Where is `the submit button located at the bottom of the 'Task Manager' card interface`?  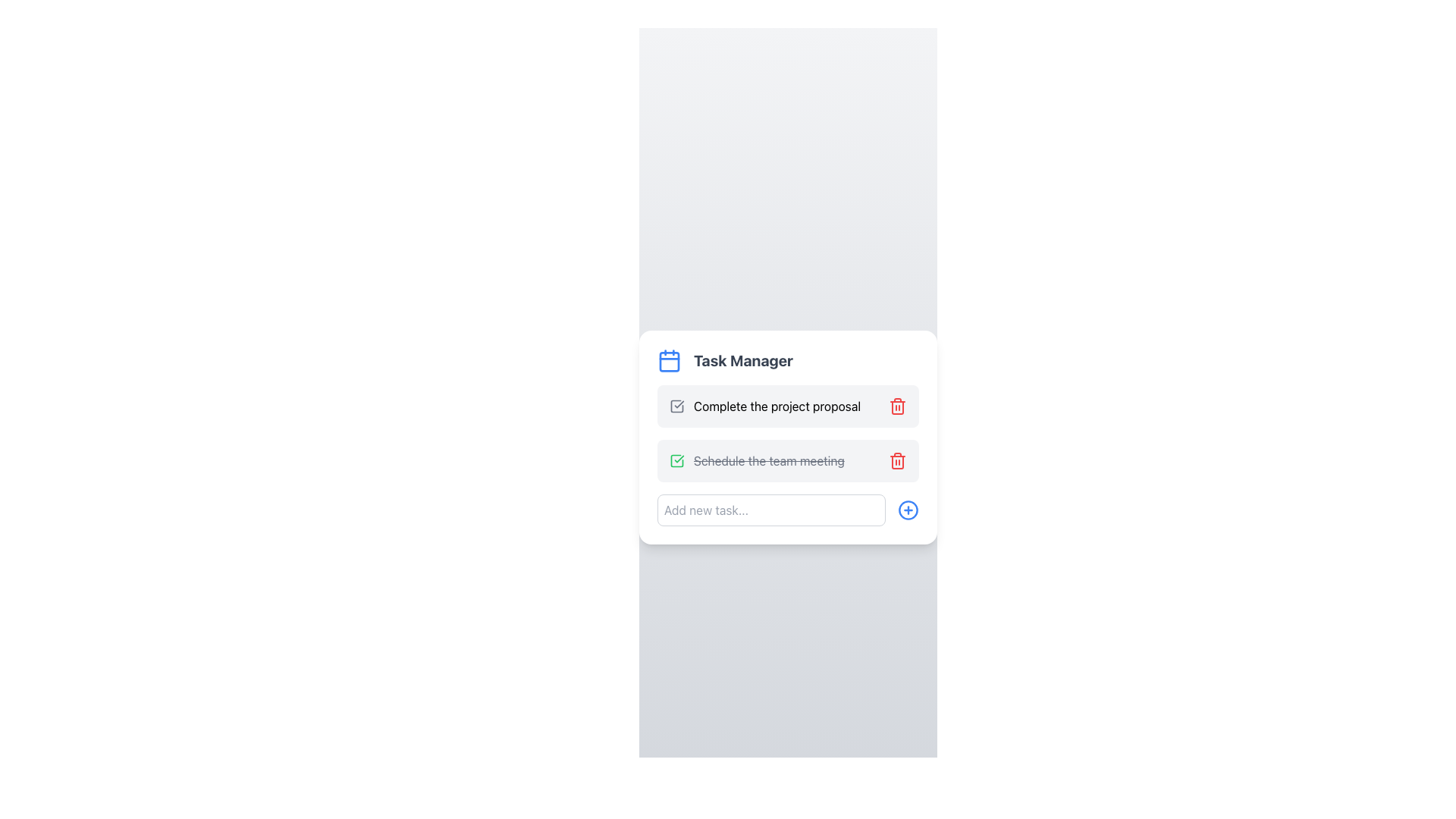
the submit button located at the bottom of the 'Task Manager' card interface is located at coordinates (788, 510).